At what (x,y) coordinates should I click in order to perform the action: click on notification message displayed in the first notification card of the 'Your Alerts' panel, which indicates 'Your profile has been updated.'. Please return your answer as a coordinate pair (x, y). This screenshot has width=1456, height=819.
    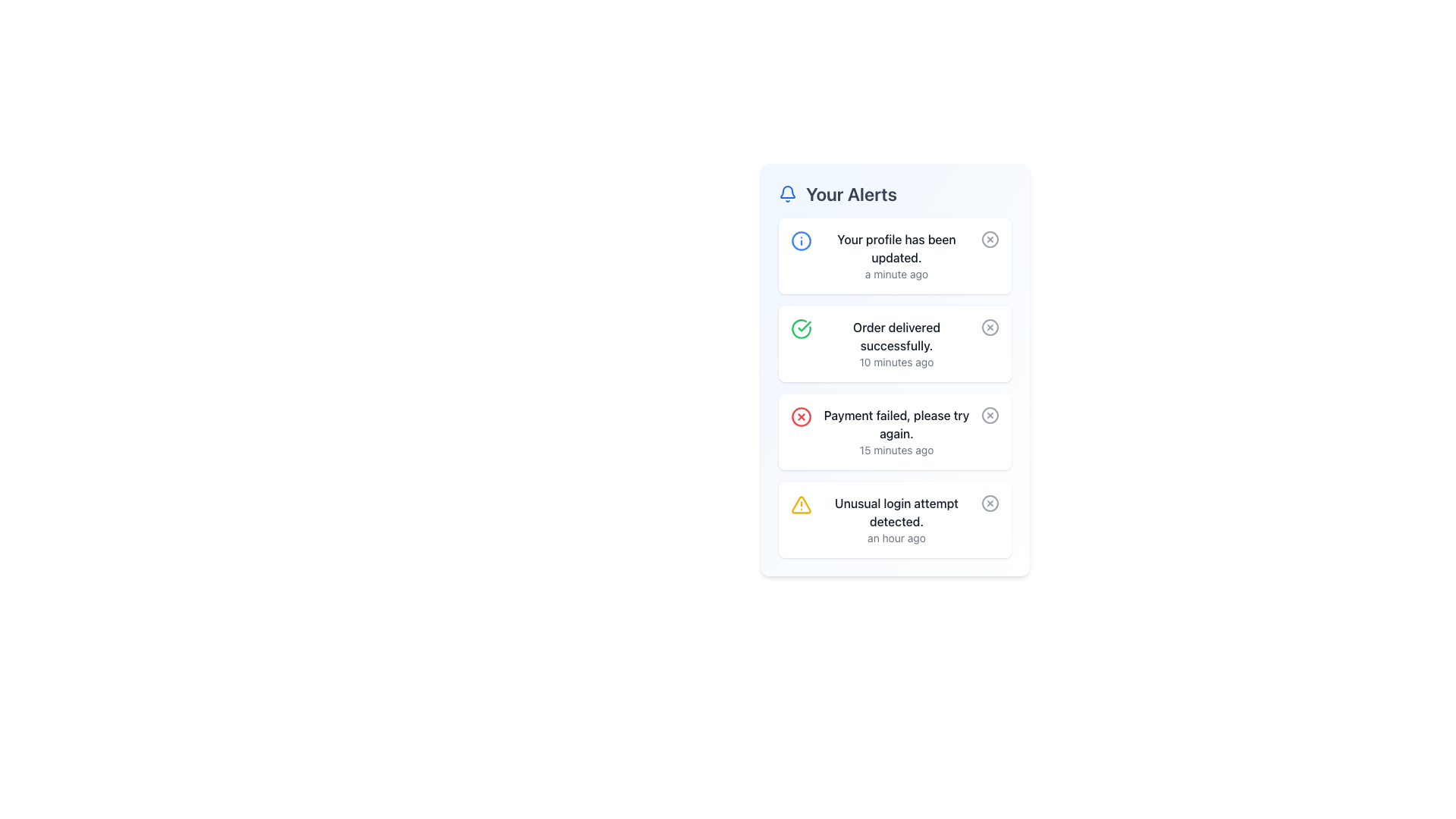
    Looking at the image, I should click on (896, 256).